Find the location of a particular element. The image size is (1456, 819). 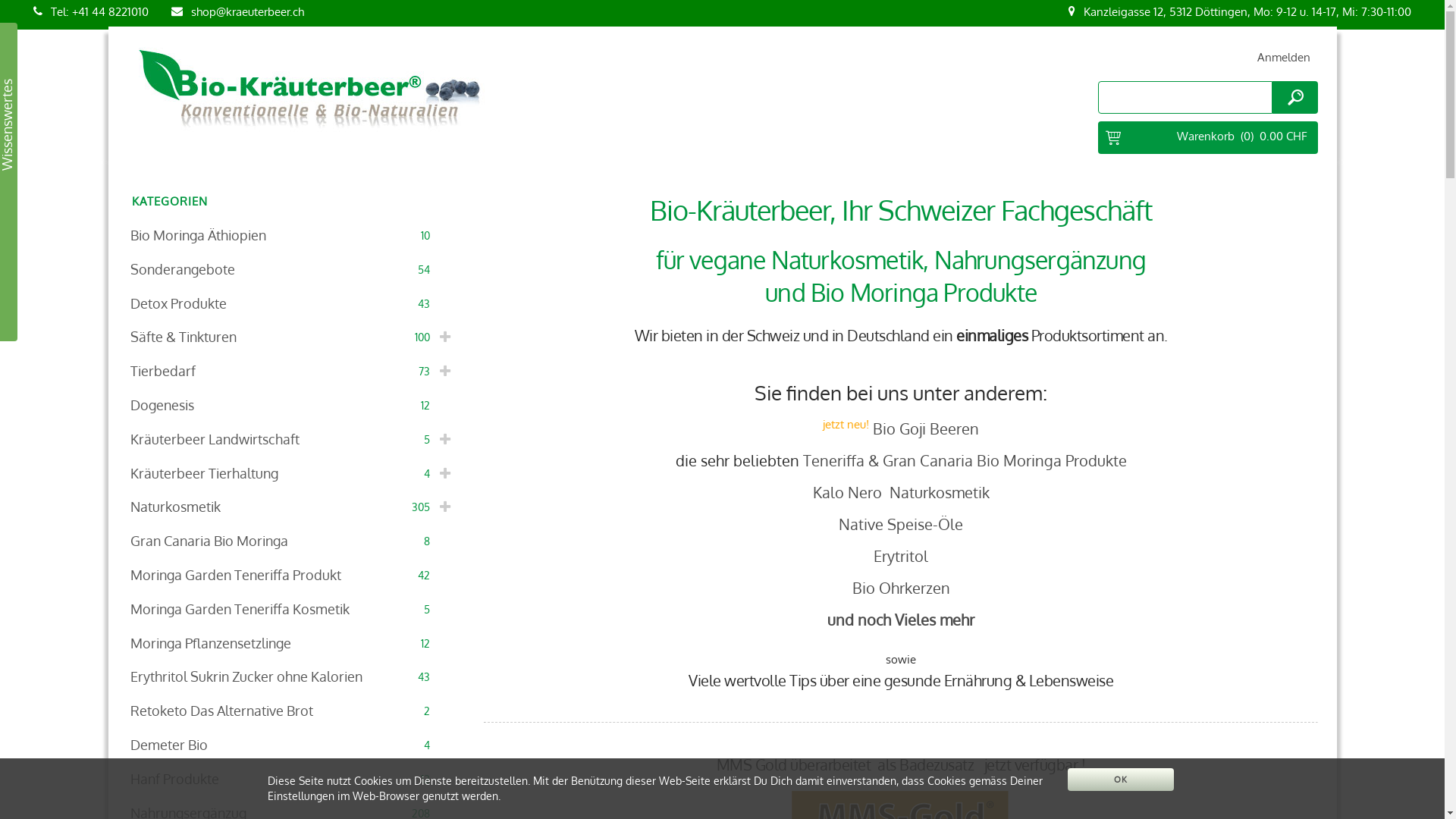

'Anmelden' is located at coordinates (1283, 56).